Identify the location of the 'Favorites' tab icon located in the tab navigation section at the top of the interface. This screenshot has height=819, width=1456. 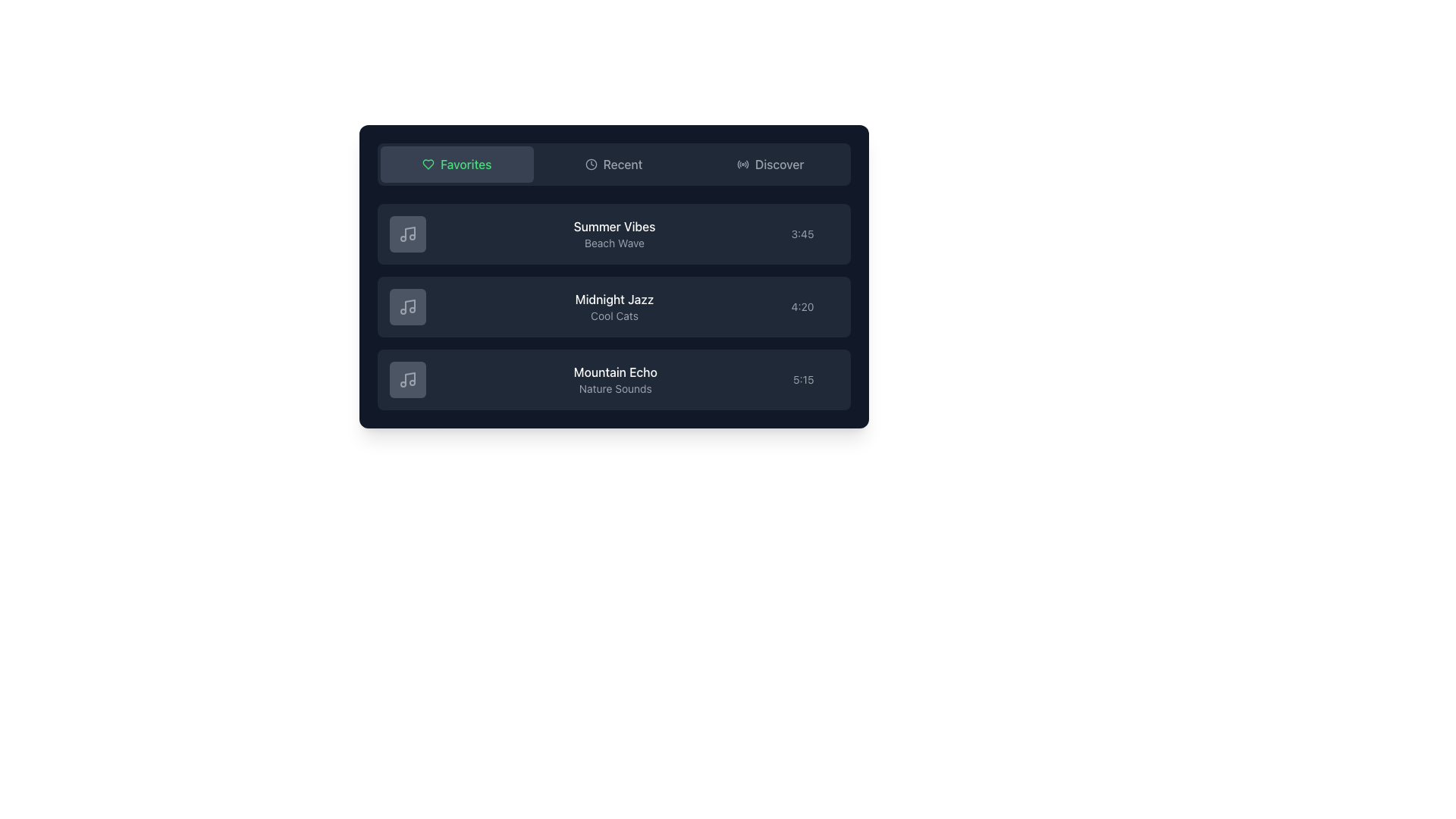
(428, 164).